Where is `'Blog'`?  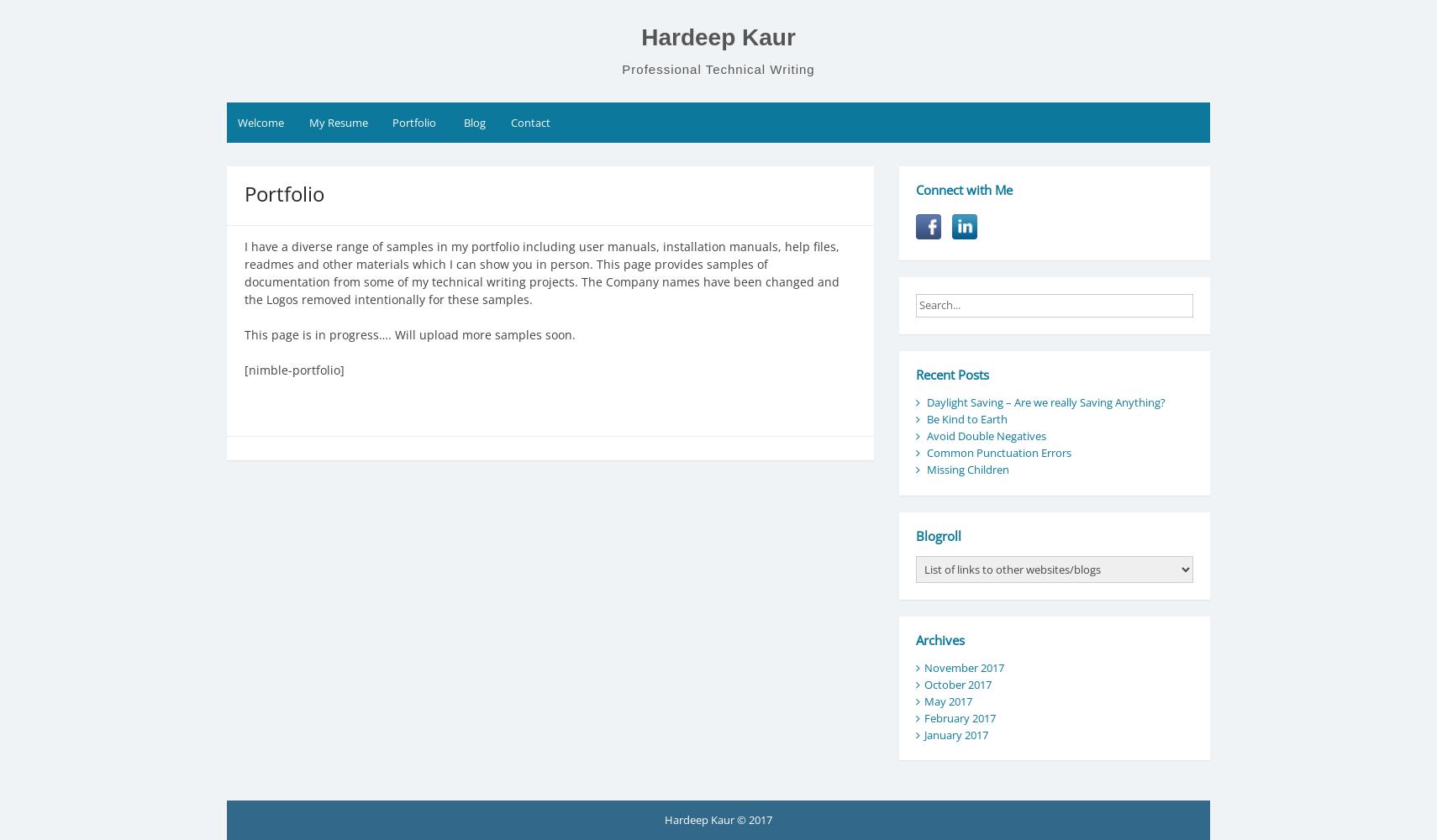
'Blog' is located at coordinates (474, 123).